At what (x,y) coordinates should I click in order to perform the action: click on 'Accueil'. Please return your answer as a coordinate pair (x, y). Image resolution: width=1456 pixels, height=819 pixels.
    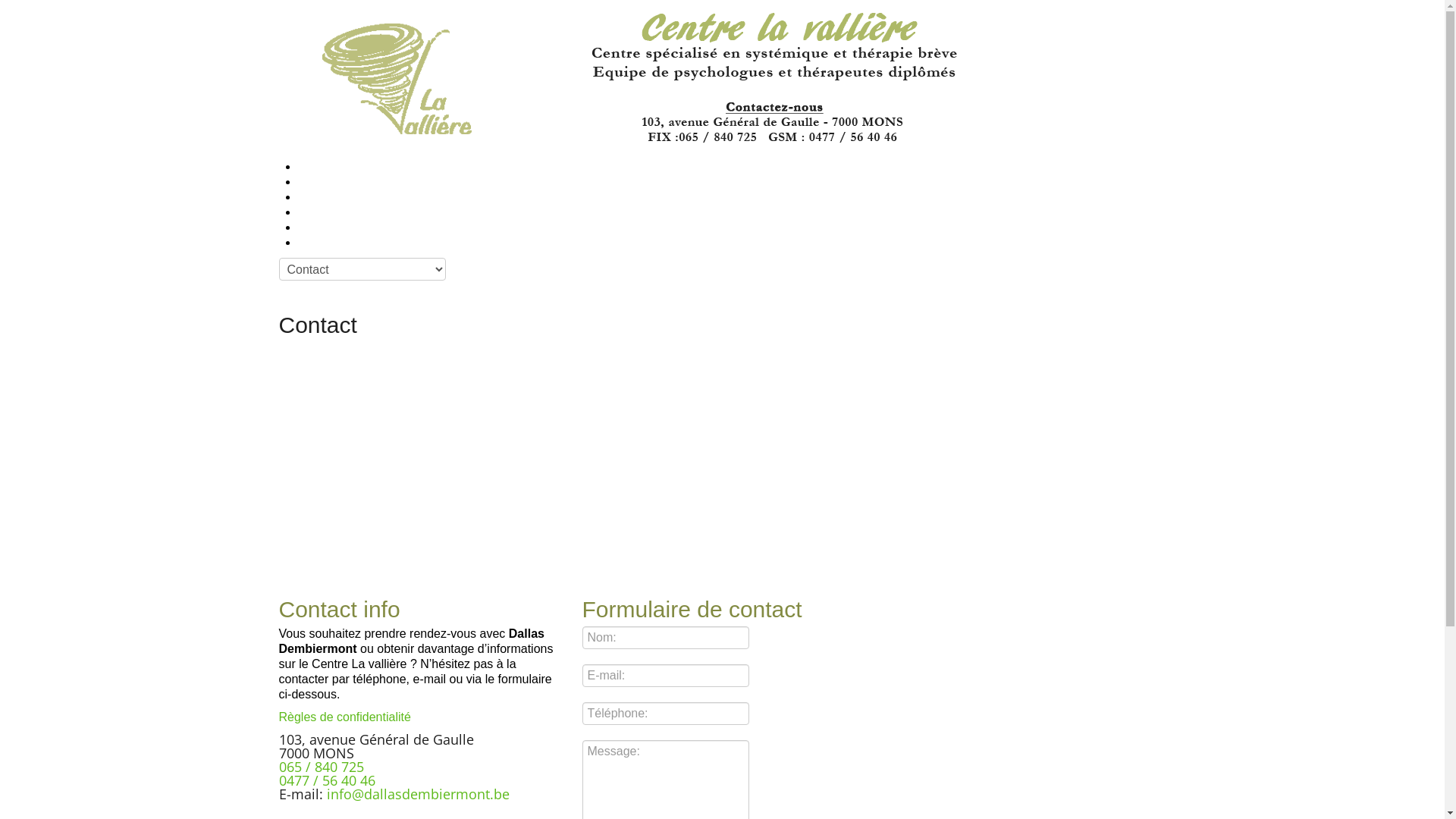
    Looking at the image, I should click on (309, 167).